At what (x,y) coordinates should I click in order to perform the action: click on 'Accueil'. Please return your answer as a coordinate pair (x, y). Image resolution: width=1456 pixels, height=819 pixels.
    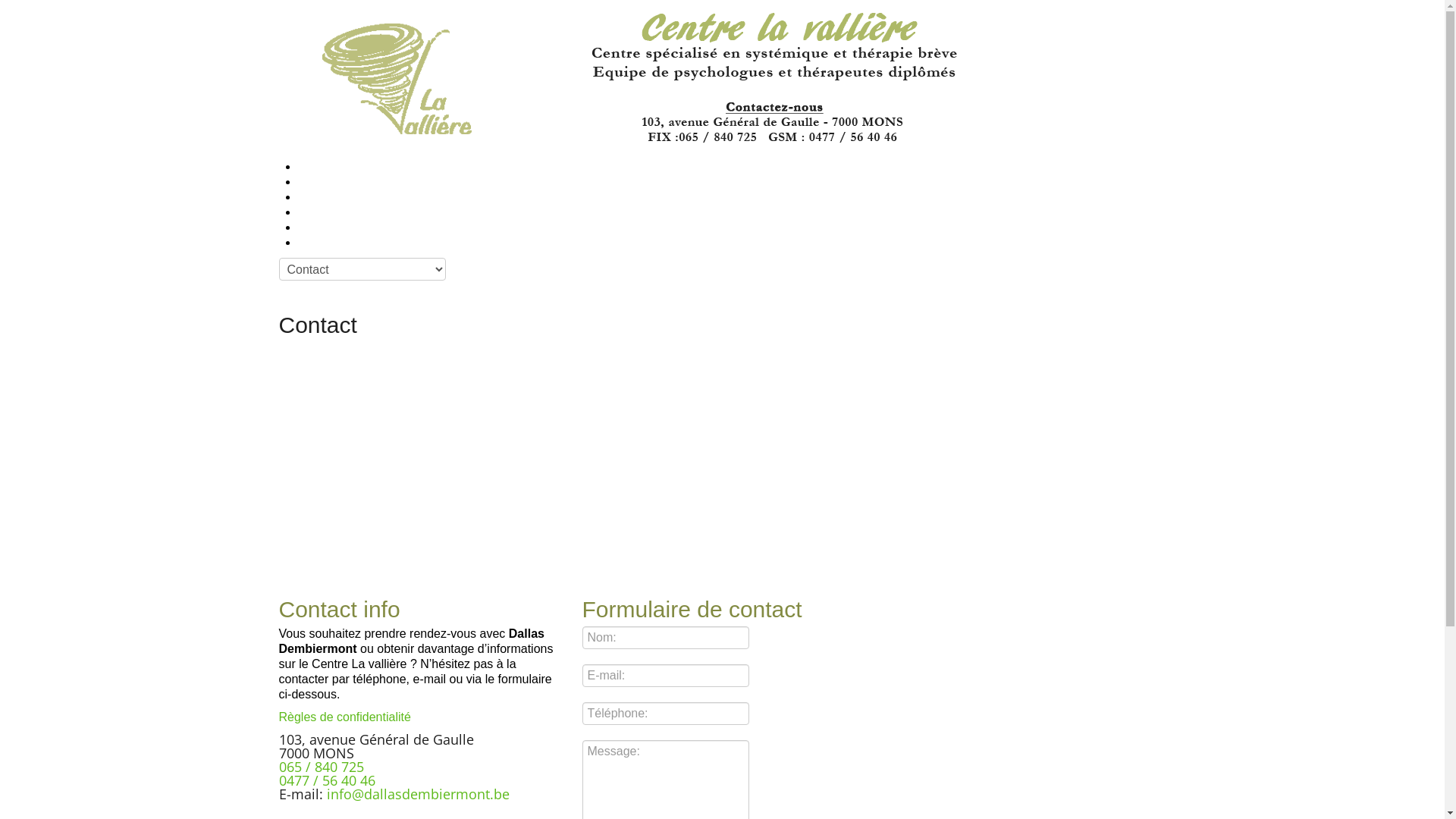
    Looking at the image, I should click on (309, 167).